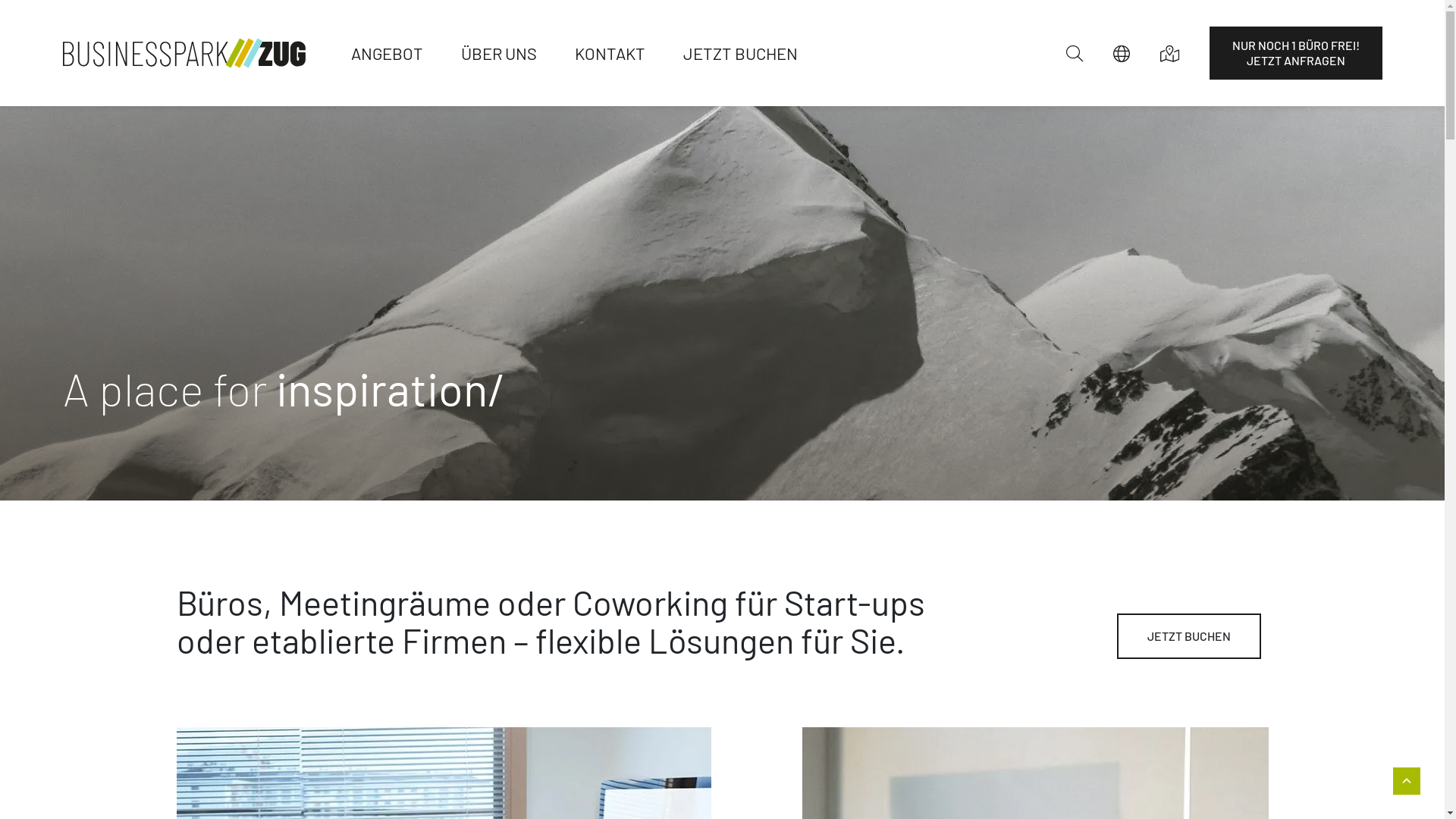 The width and height of the screenshot is (1456, 819). Describe the element at coordinates (396, 52) in the screenshot. I see `'ANGEBOT'` at that location.